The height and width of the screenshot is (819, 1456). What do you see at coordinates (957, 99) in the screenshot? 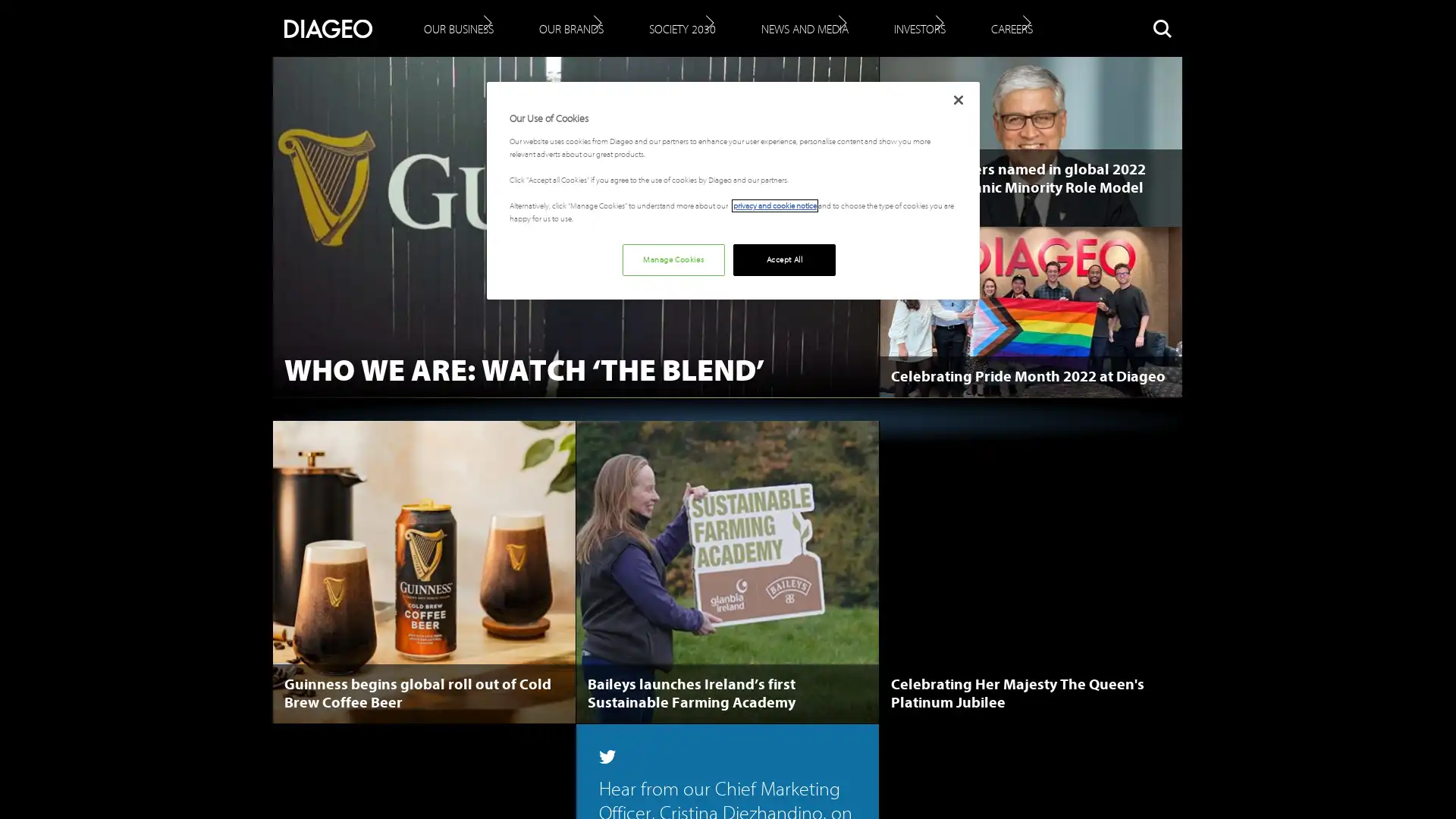
I see `Close` at bounding box center [957, 99].